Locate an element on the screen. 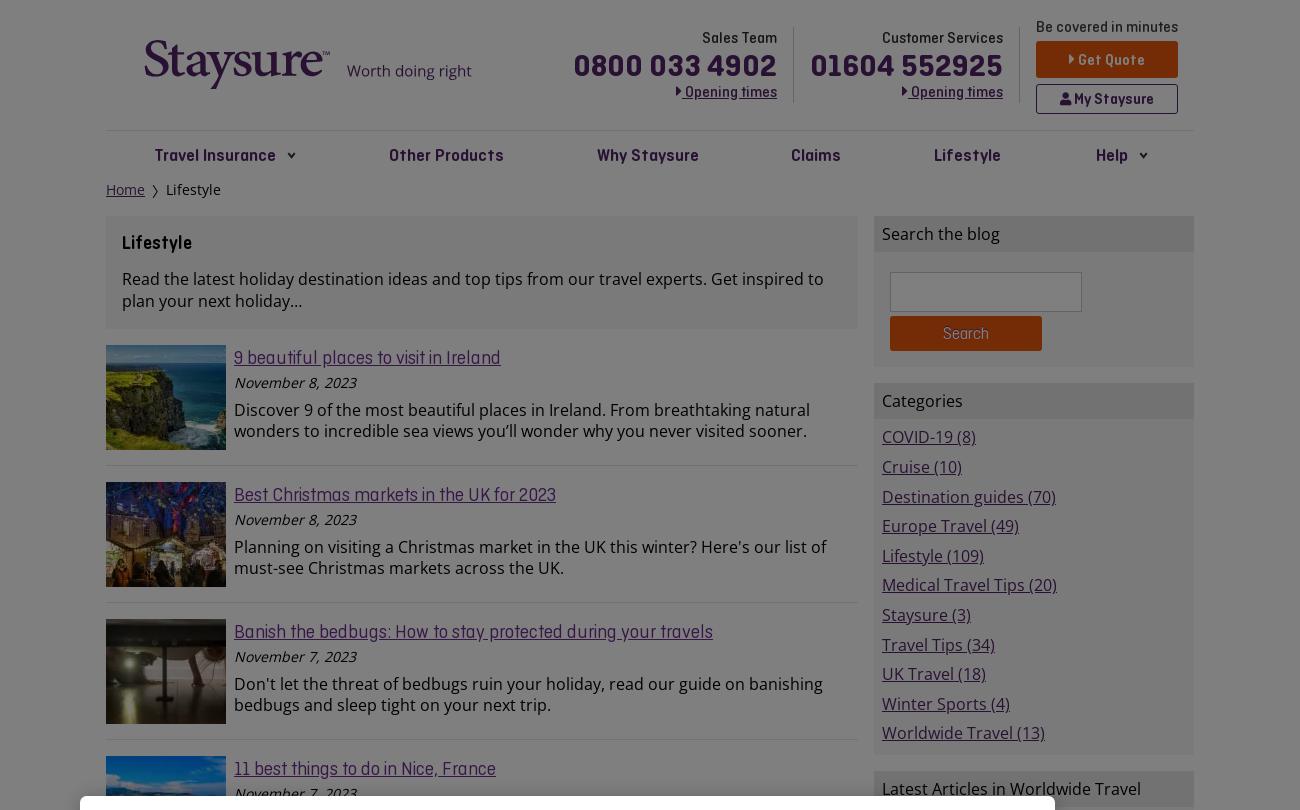  '01604 552925' is located at coordinates (905, 63).